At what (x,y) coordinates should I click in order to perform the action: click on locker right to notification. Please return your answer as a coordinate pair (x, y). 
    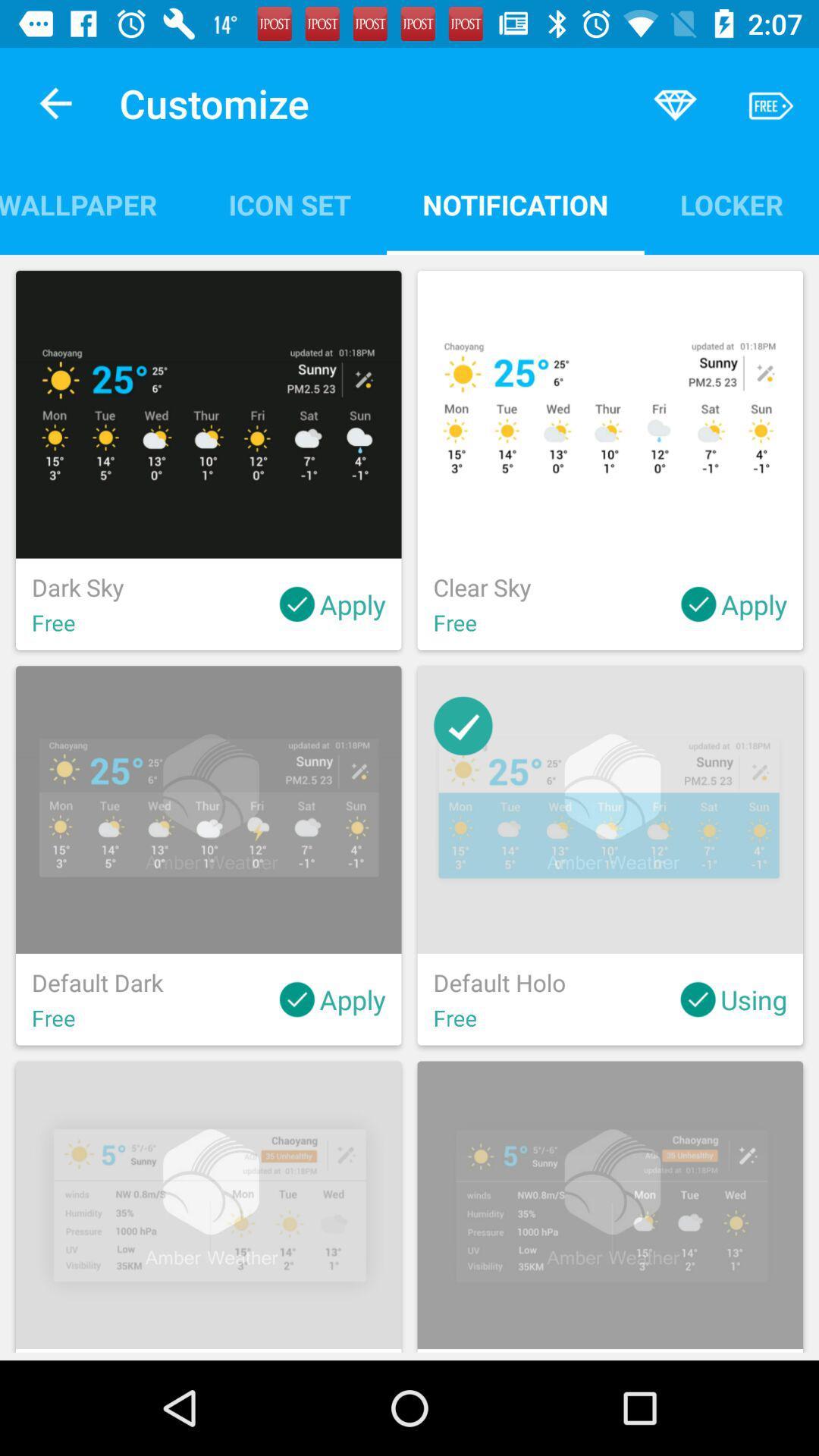
    Looking at the image, I should click on (730, 204).